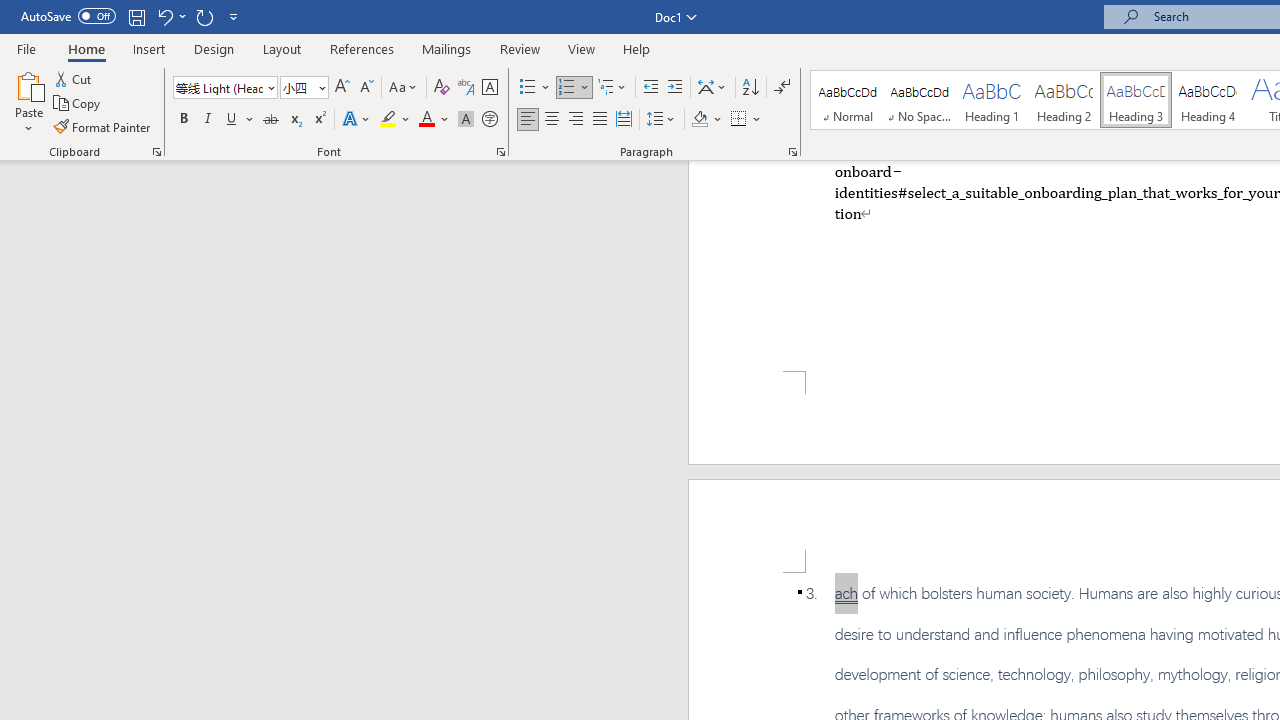 This screenshot has height=720, width=1280. I want to click on 'Font Color Automatic', so click(425, 119).